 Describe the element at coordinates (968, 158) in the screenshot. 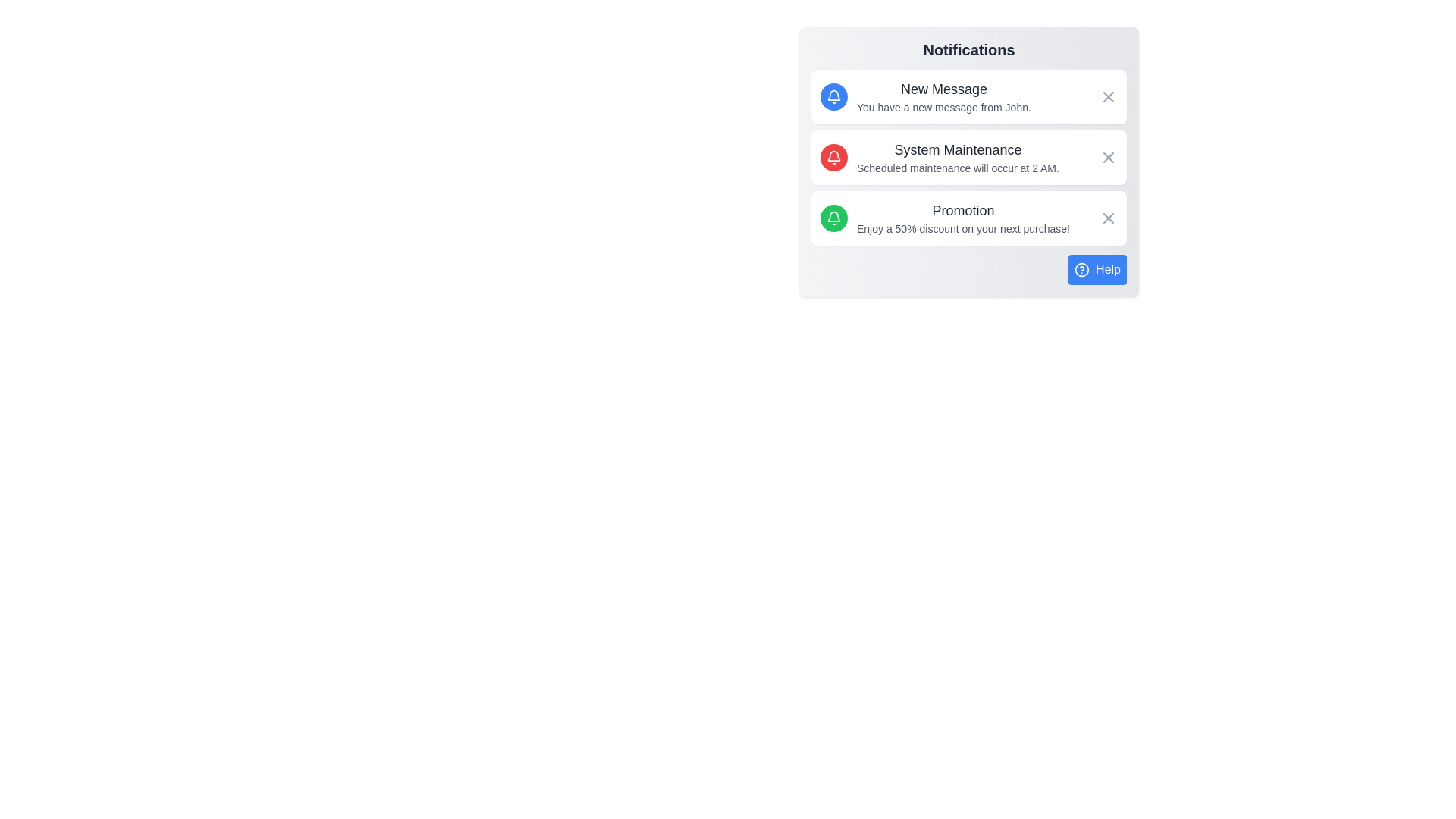

I see `the second notification card regarding scheduled system maintenance at 2 AM` at that location.